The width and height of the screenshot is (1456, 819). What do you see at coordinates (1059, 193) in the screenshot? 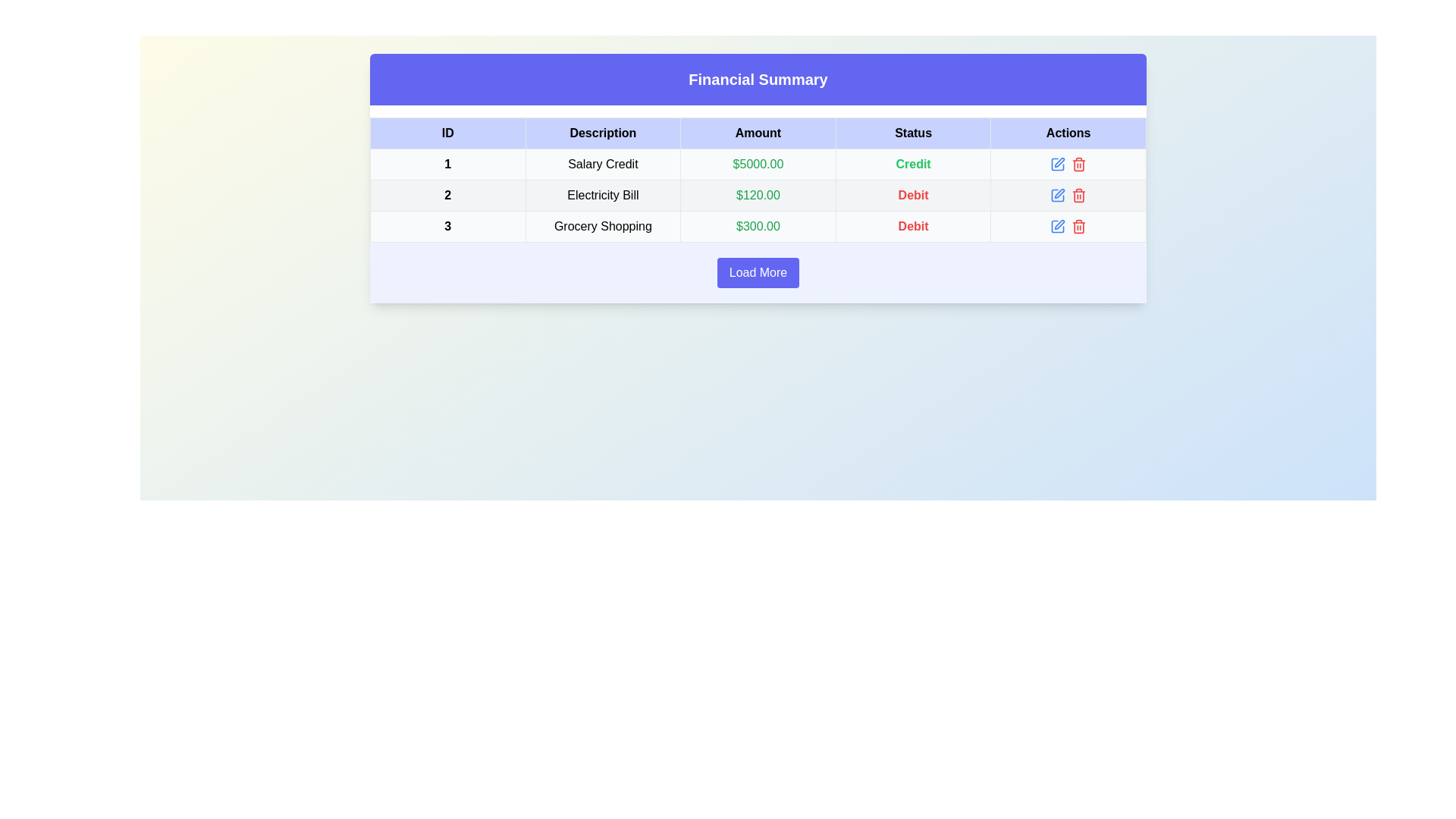
I see `the 'Edit' icon (Pen within a square) in the Actions column of the financial summary table, specifically in the second row labeled 'Electricity Bill'` at bounding box center [1059, 193].